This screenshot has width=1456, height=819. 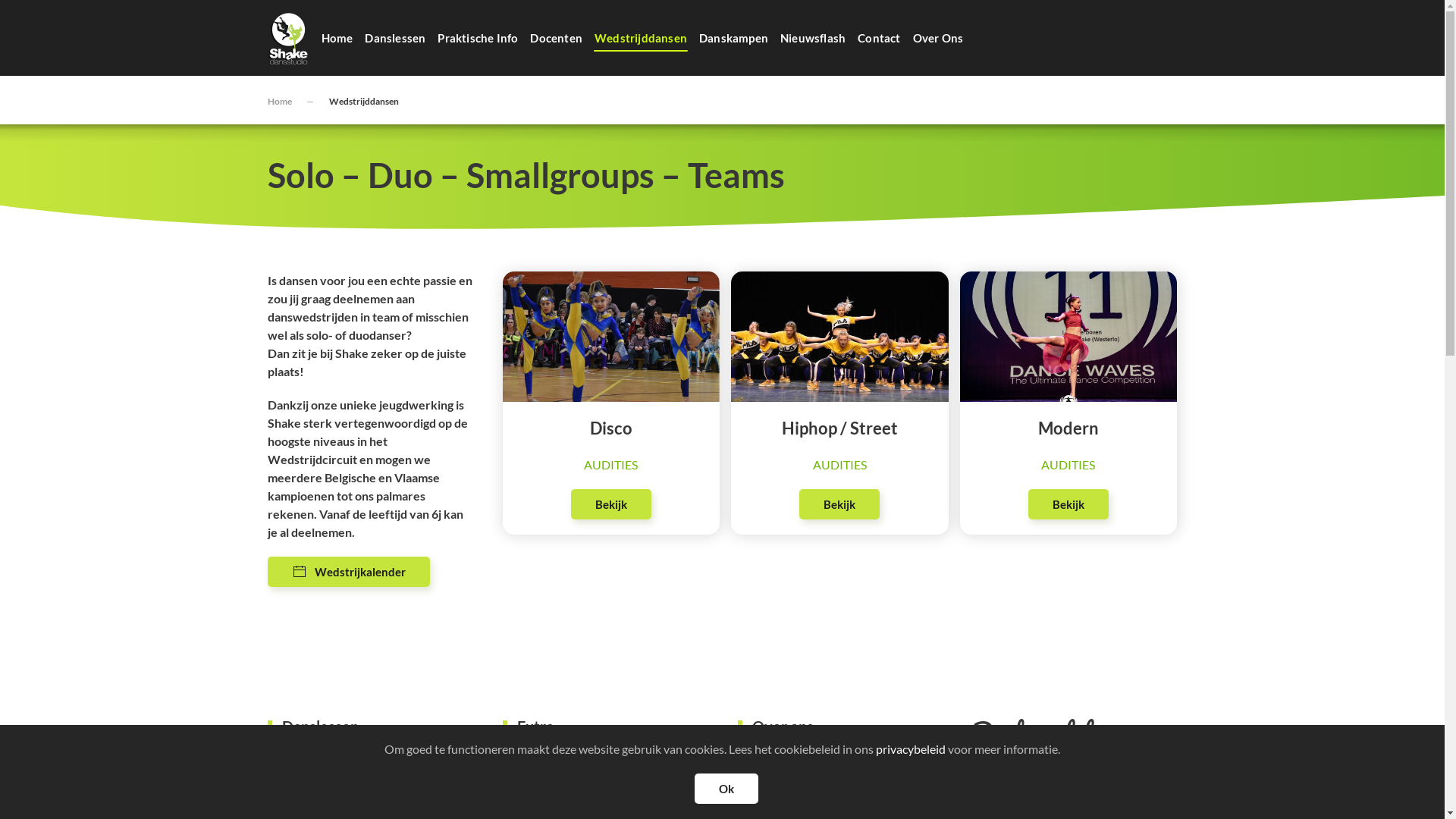 What do you see at coordinates (316, 760) in the screenshot?
I see `'Over onze danslessen'` at bounding box center [316, 760].